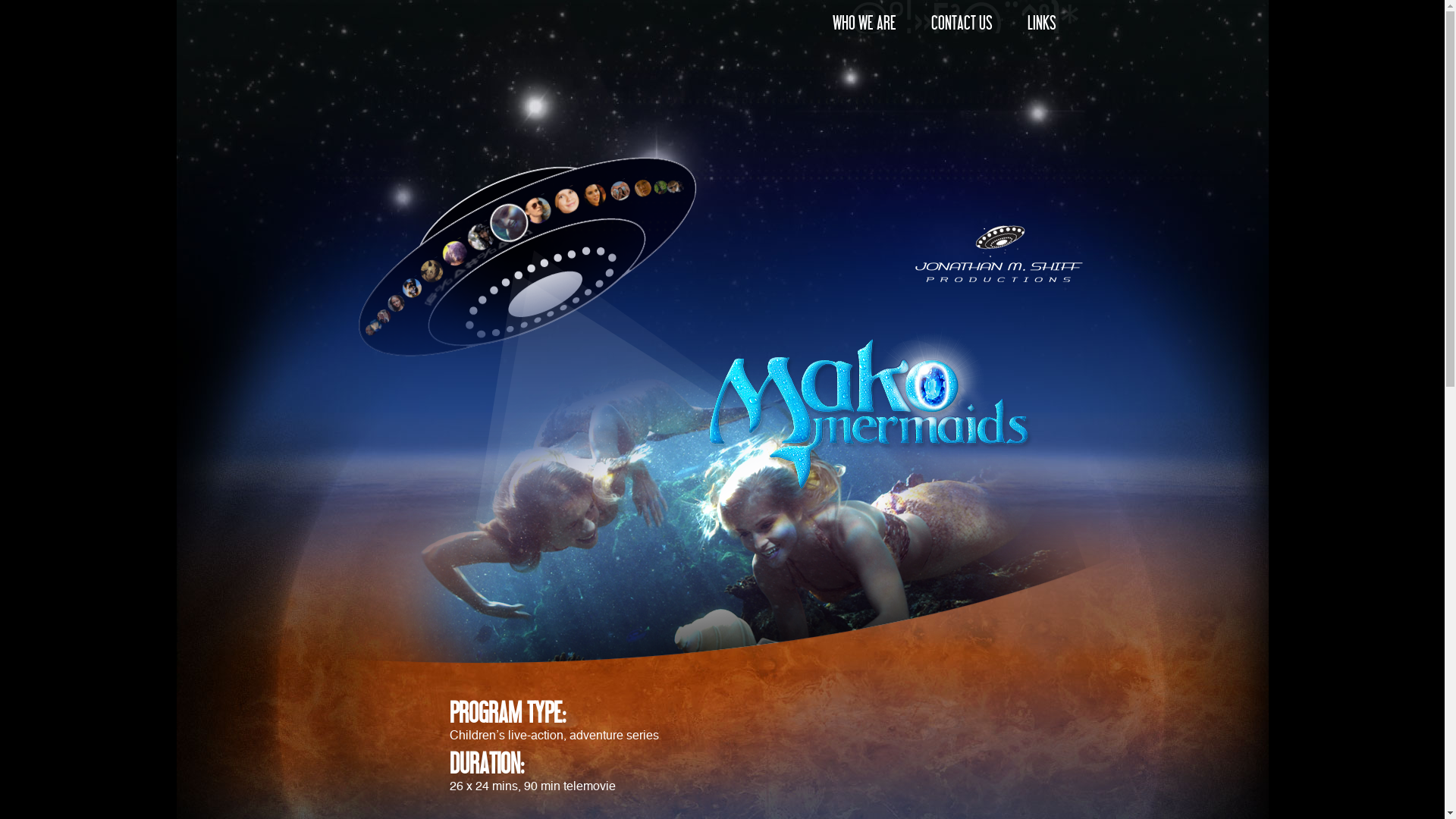 This screenshot has width=1456, height=819. I want to click on 'Ocean Girl', so click(393, 305).